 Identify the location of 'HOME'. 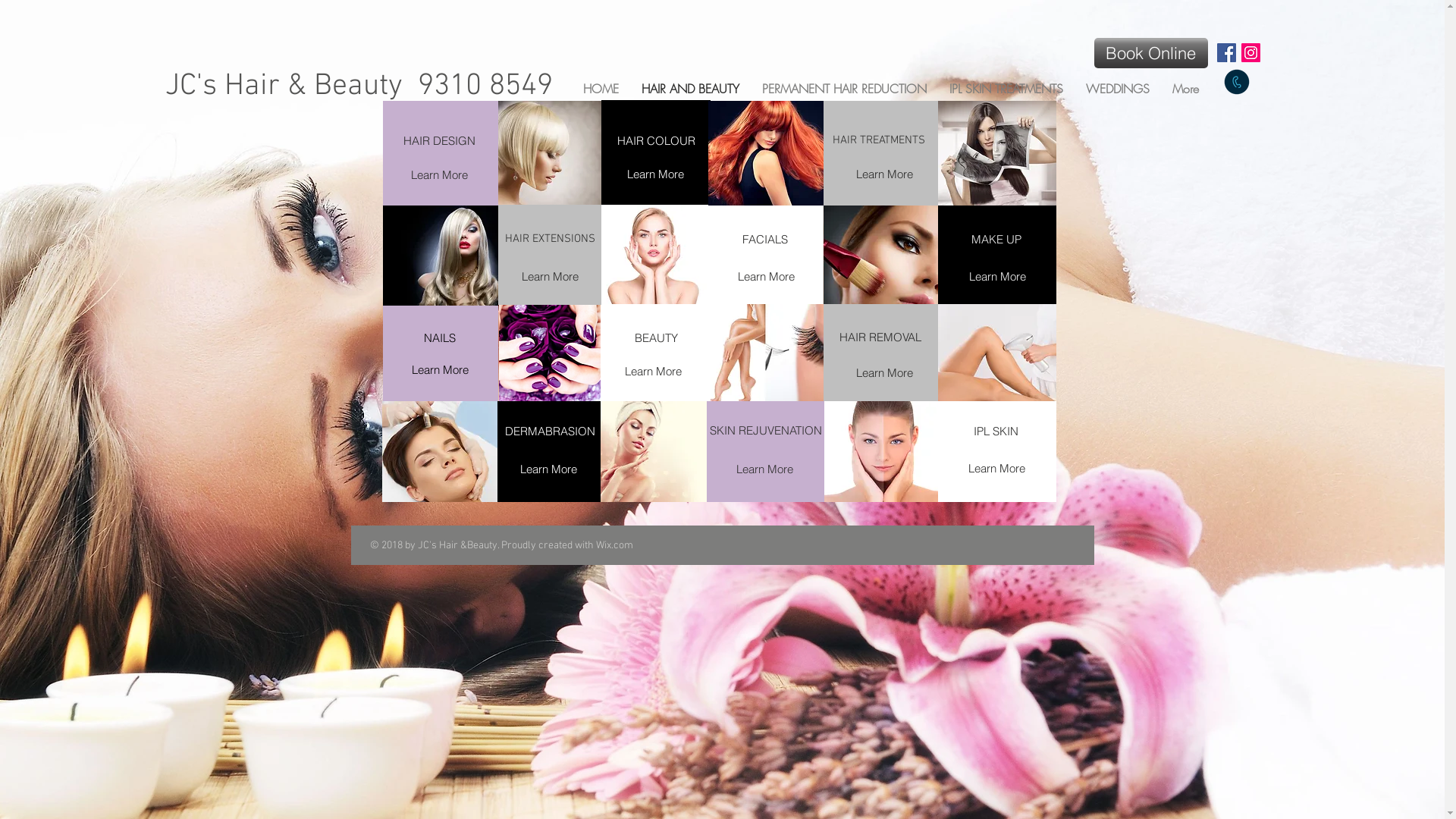
(600, 87).